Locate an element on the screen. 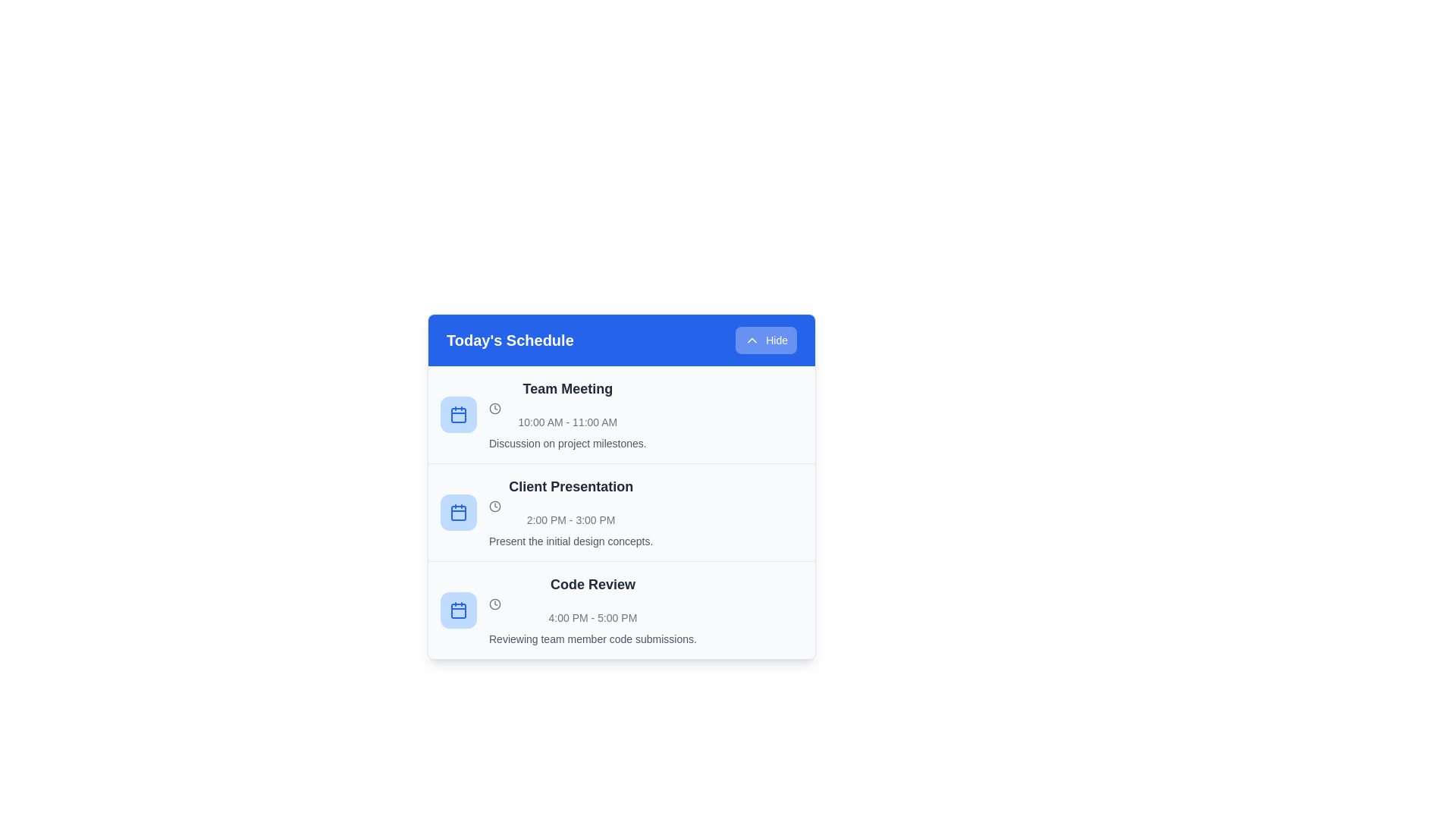 This screenshot has width=1456, height=819. the 'Hide' button with a right-facing chevron icon located in the top-right corner of the blue bar labeled 'Today's Schedule' is located at coordinates (766, 339).